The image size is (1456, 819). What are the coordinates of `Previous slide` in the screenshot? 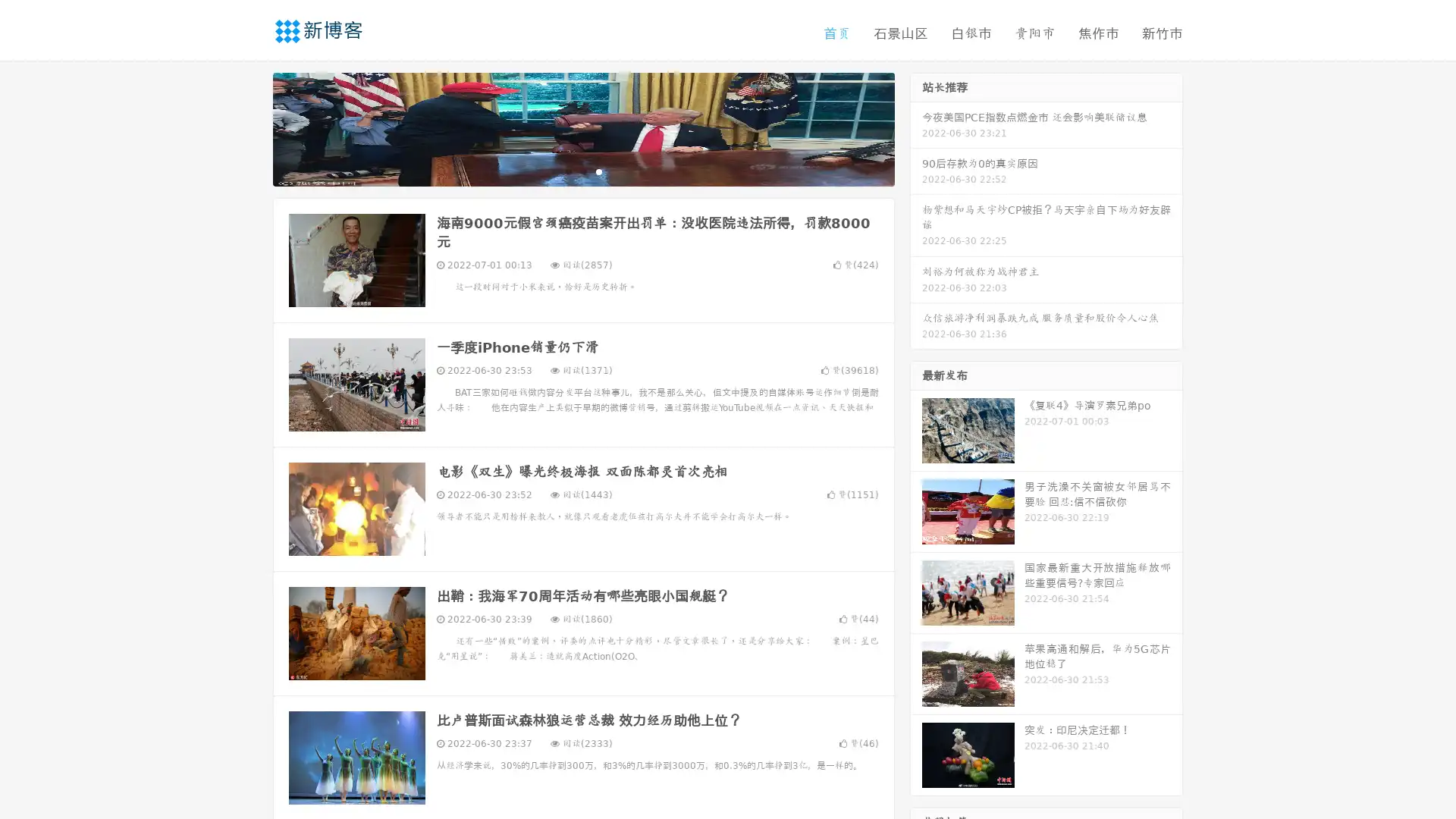 It's located at (250, 127).